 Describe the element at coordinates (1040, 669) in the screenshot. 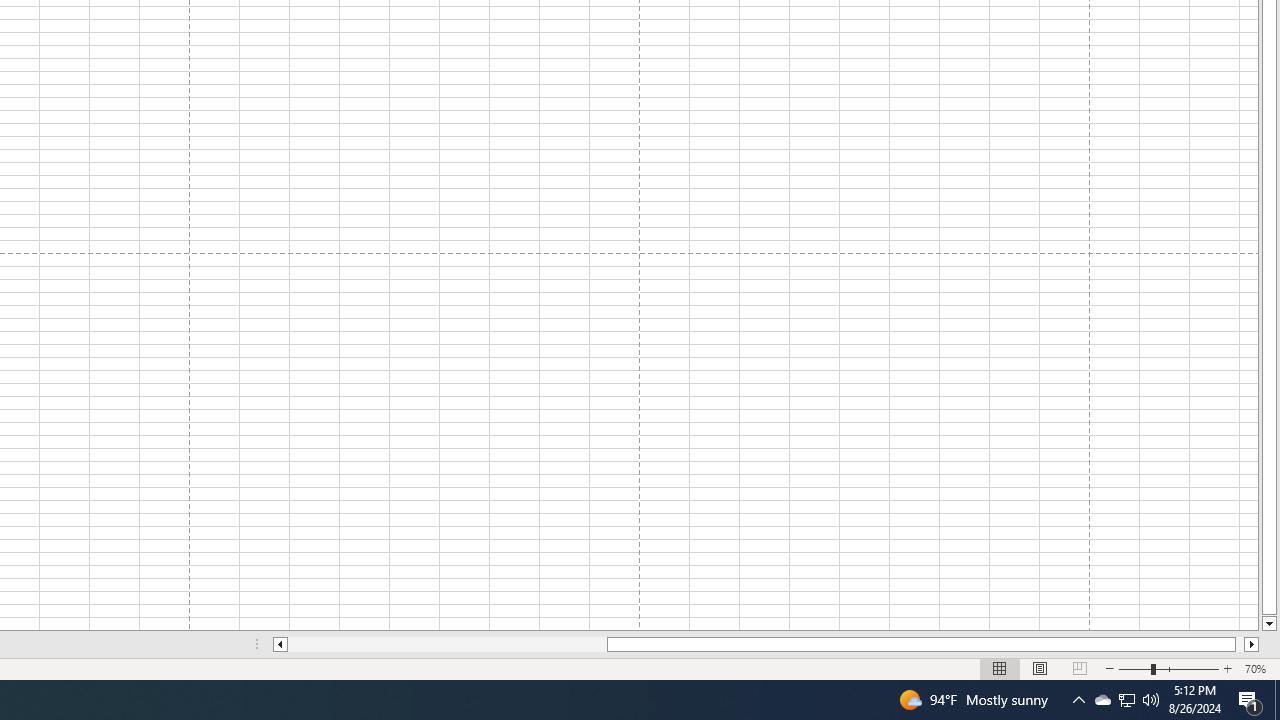

I see `'Page Layout'` at that location.